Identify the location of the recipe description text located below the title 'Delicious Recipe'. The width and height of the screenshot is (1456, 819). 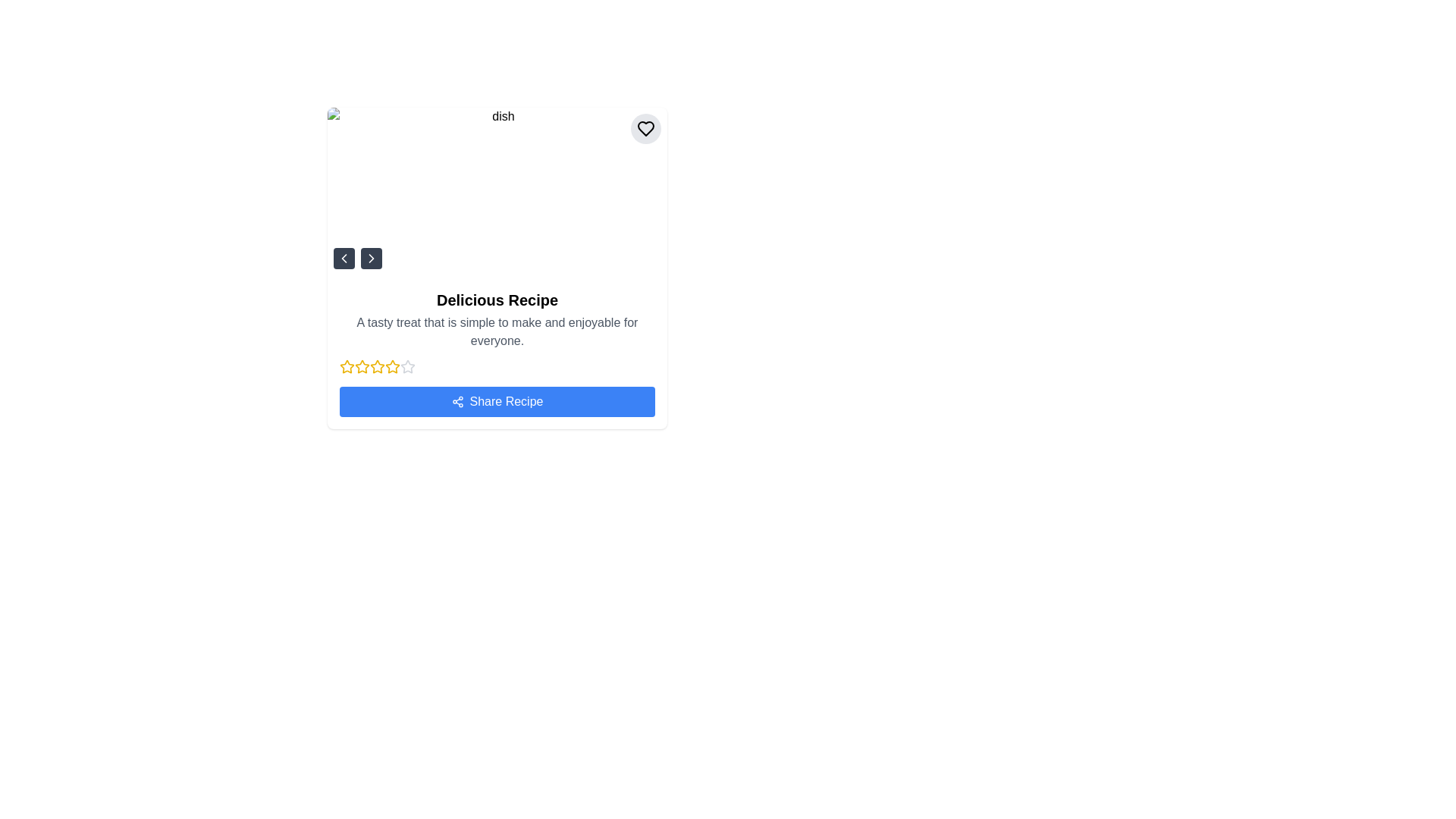
(497, 331).